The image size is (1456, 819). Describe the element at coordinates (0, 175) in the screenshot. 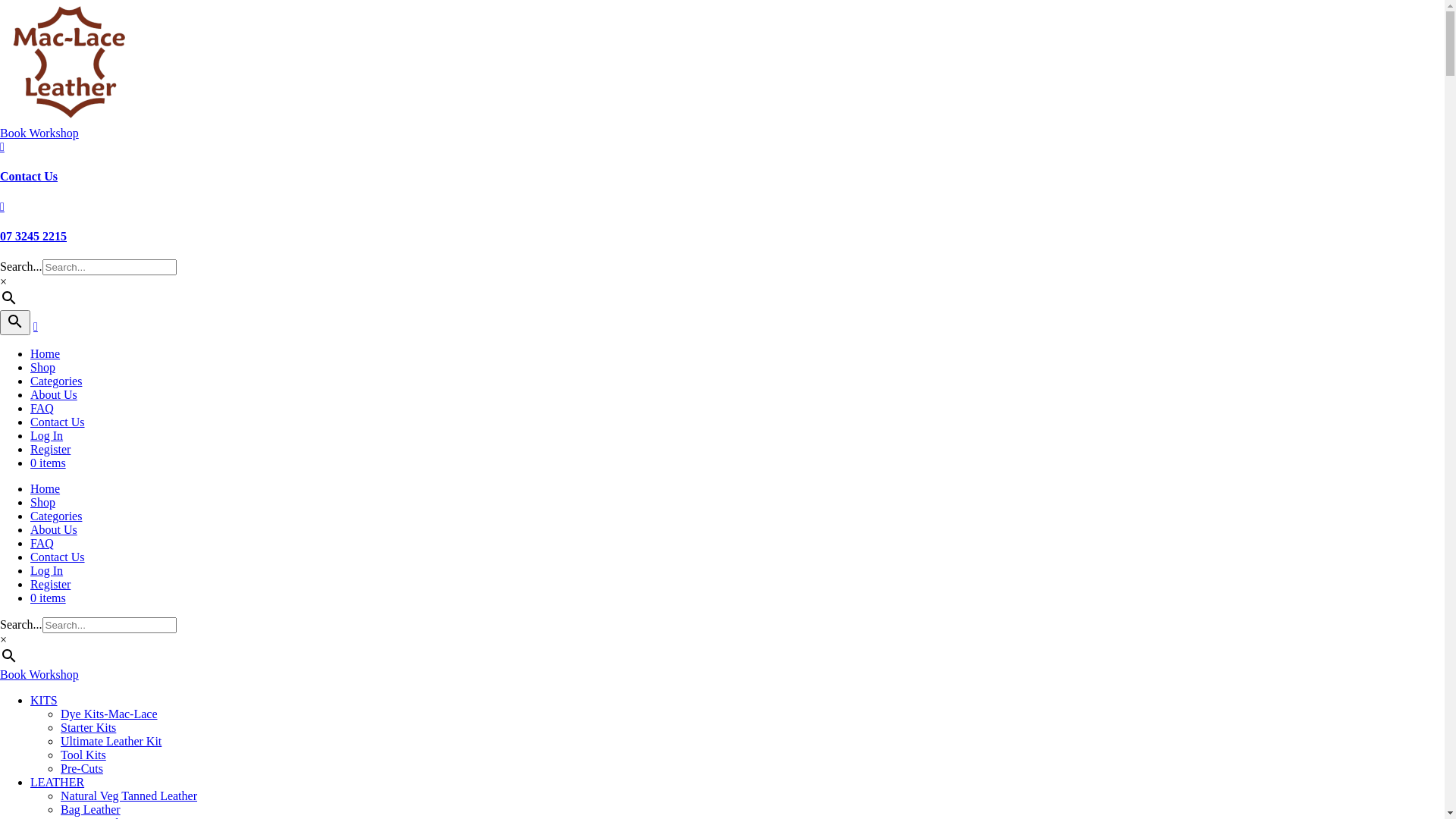

I see `'Contact Us'` at that location.